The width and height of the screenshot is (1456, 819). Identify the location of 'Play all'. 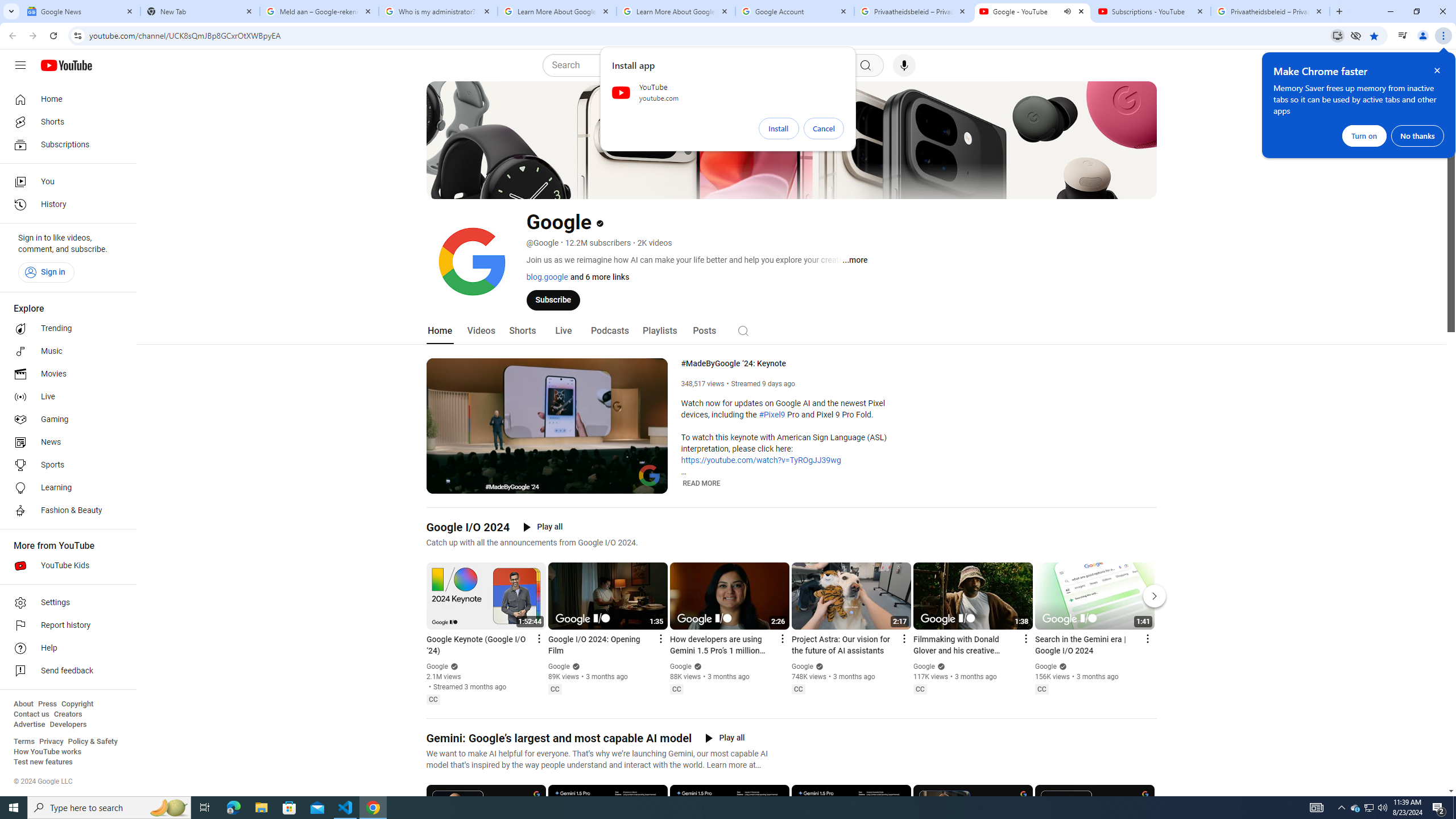
(724, 738).